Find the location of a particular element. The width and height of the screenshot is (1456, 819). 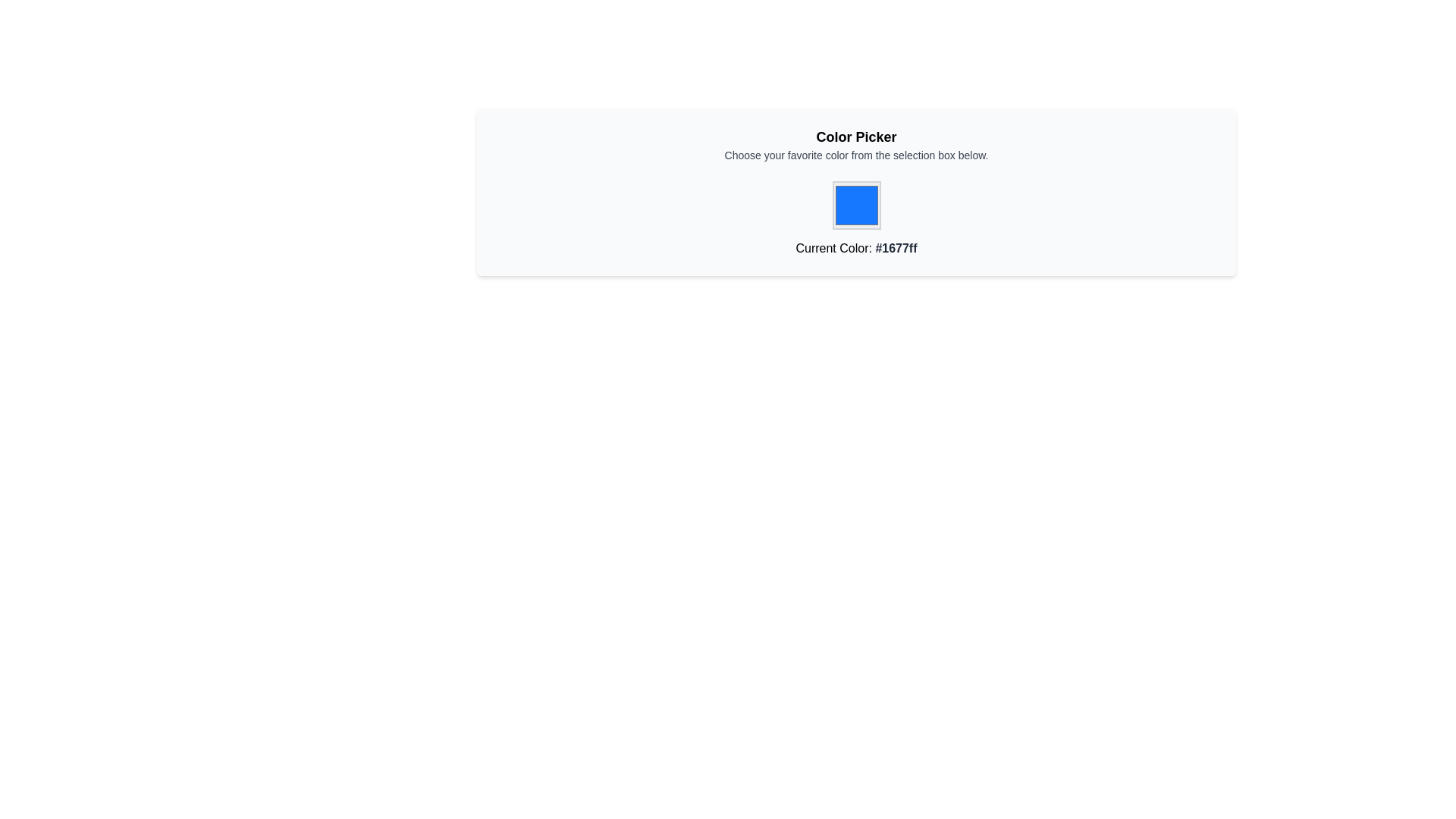

the Text label displaying the currently selected color code is located at coordinates (856, 243).